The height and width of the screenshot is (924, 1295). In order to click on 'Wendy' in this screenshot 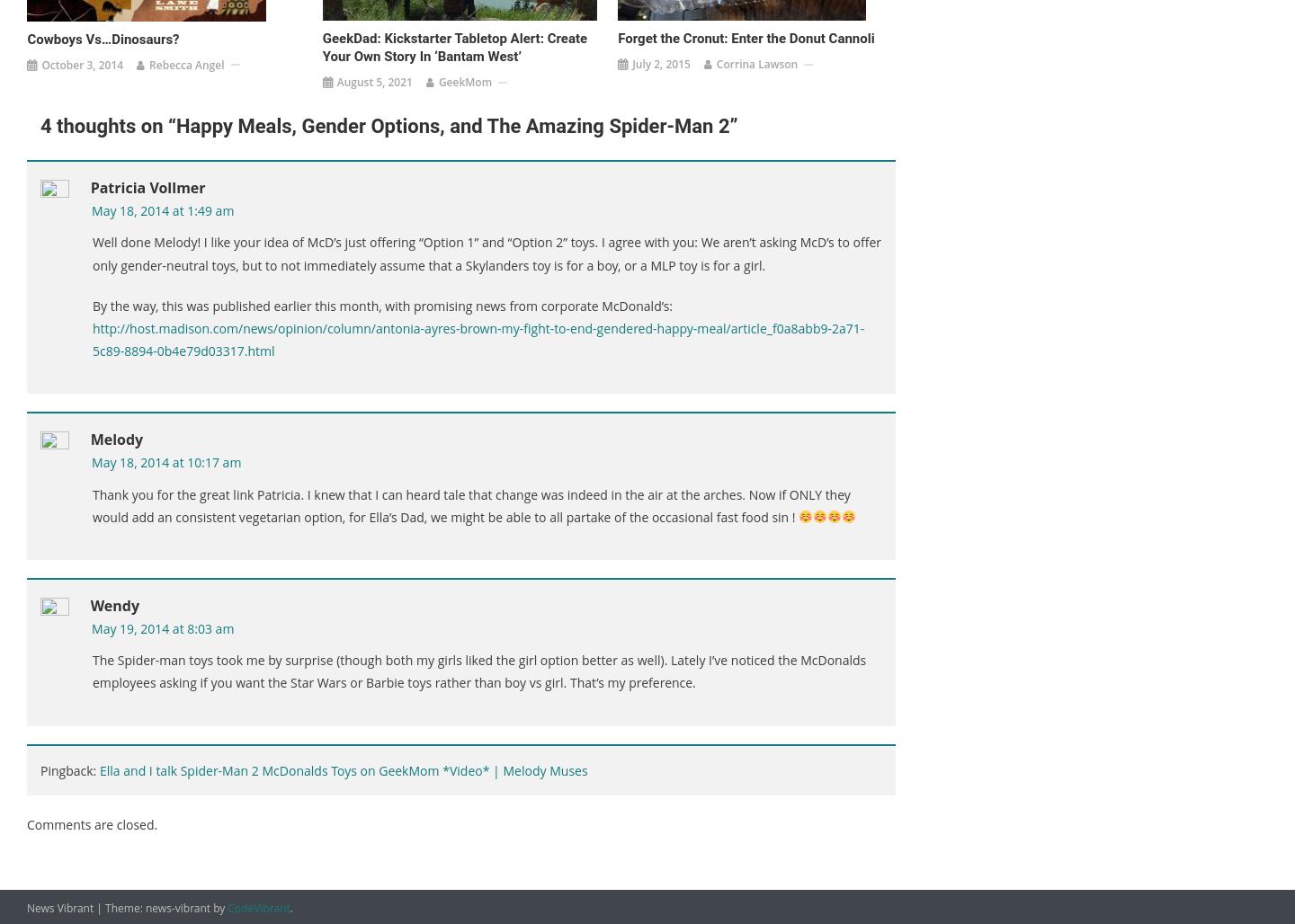, I will do `click(113, 605)`.